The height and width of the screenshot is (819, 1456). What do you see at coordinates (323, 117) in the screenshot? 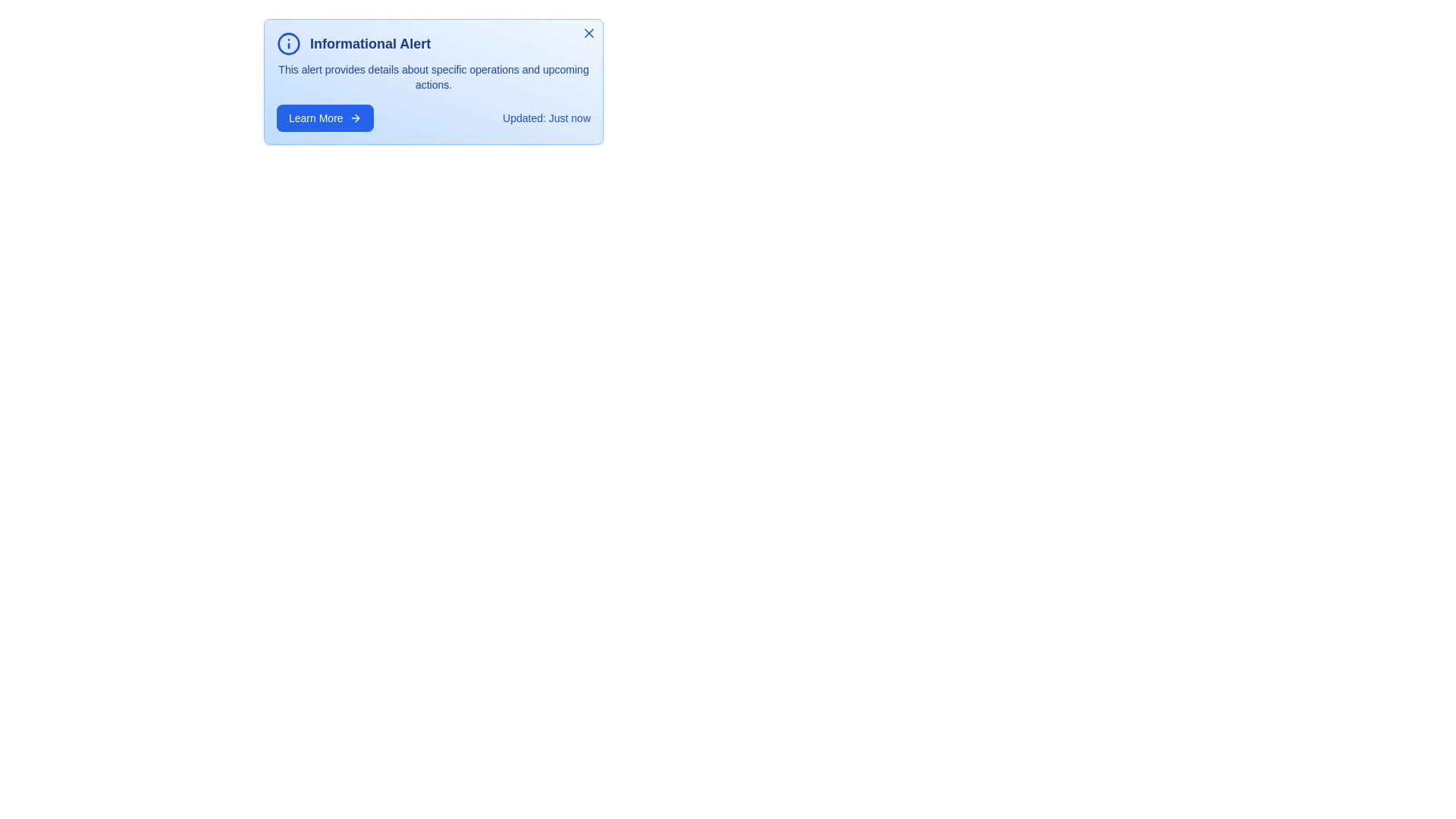
I see `the 'Learn More' button to access more information` at bounding box center [323, 117].